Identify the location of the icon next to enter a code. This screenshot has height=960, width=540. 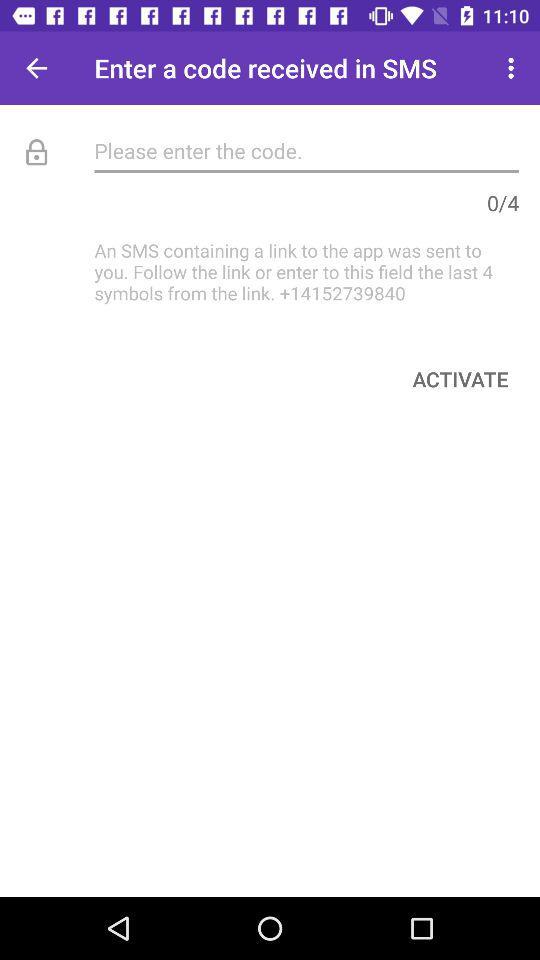
(36, 68).